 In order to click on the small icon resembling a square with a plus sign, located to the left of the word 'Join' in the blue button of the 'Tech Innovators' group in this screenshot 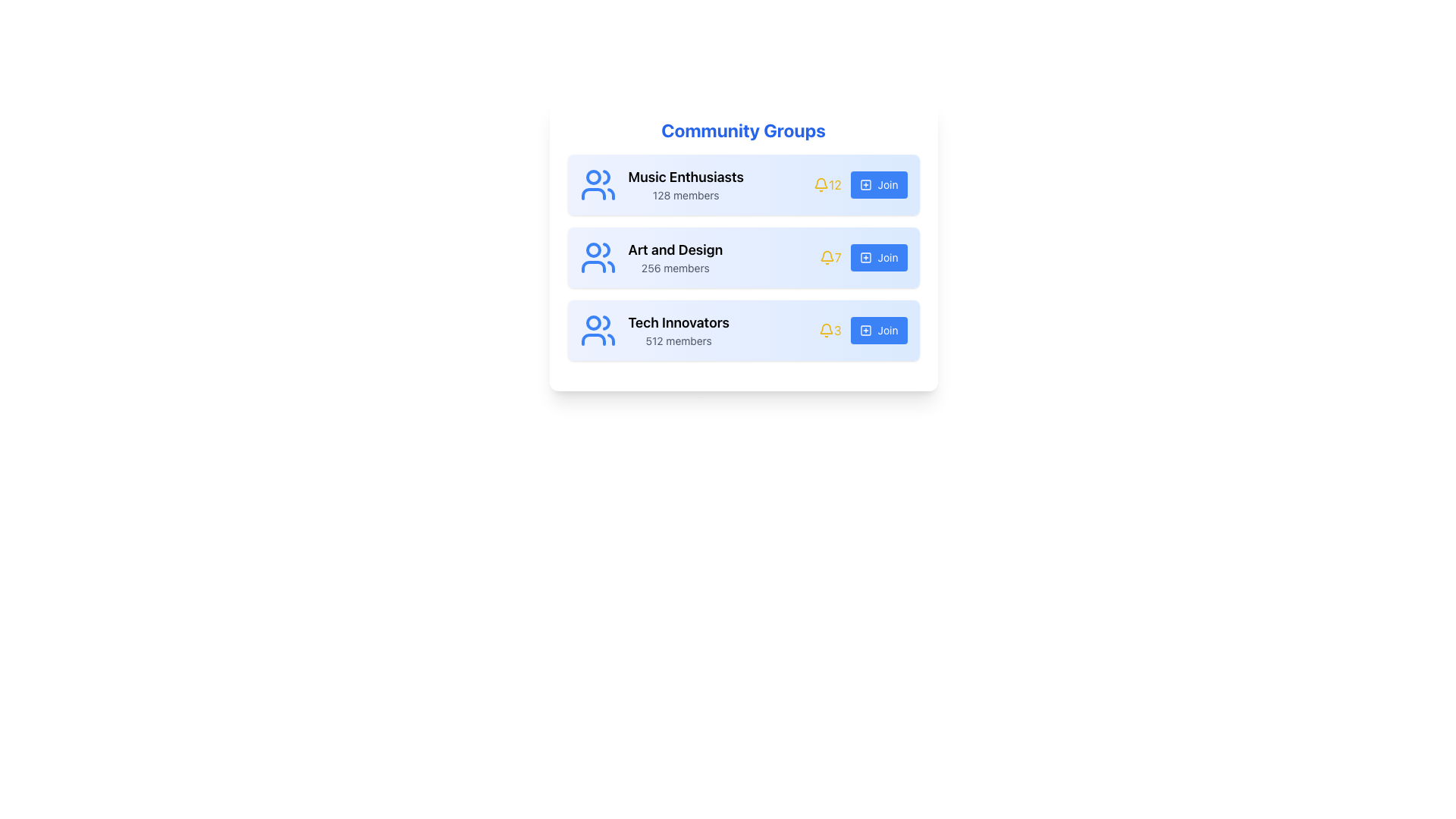, I will do `click(865, 329)`.